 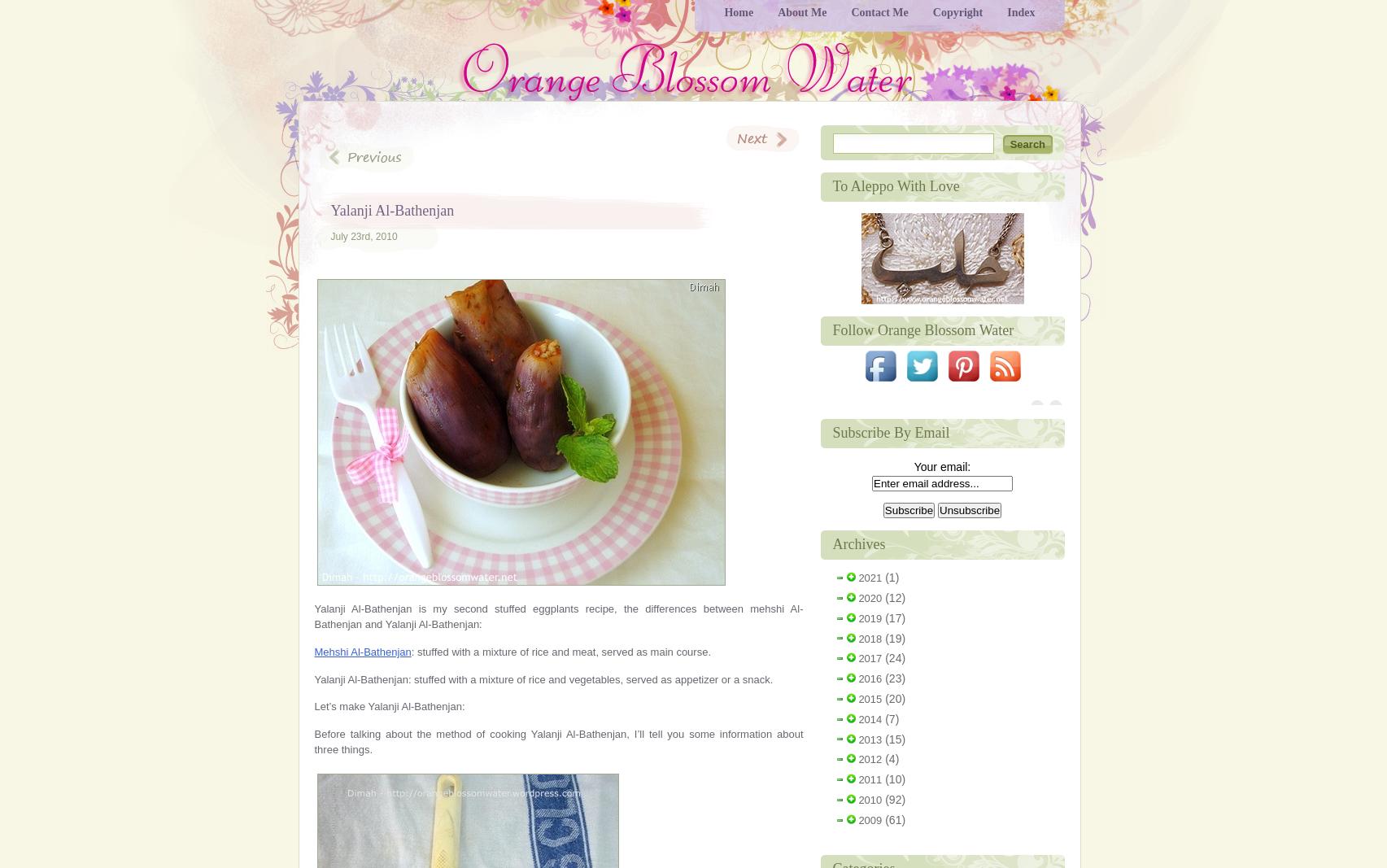 I want to click on 'Home', so click(x=738, y=11).